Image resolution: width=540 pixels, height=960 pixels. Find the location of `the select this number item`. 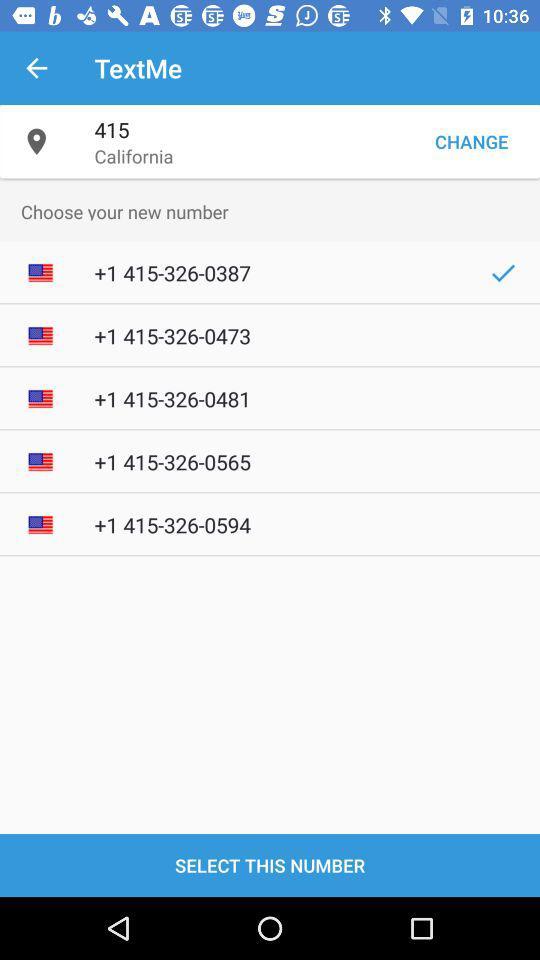

the select this number item is located at coordinates (270, 864).